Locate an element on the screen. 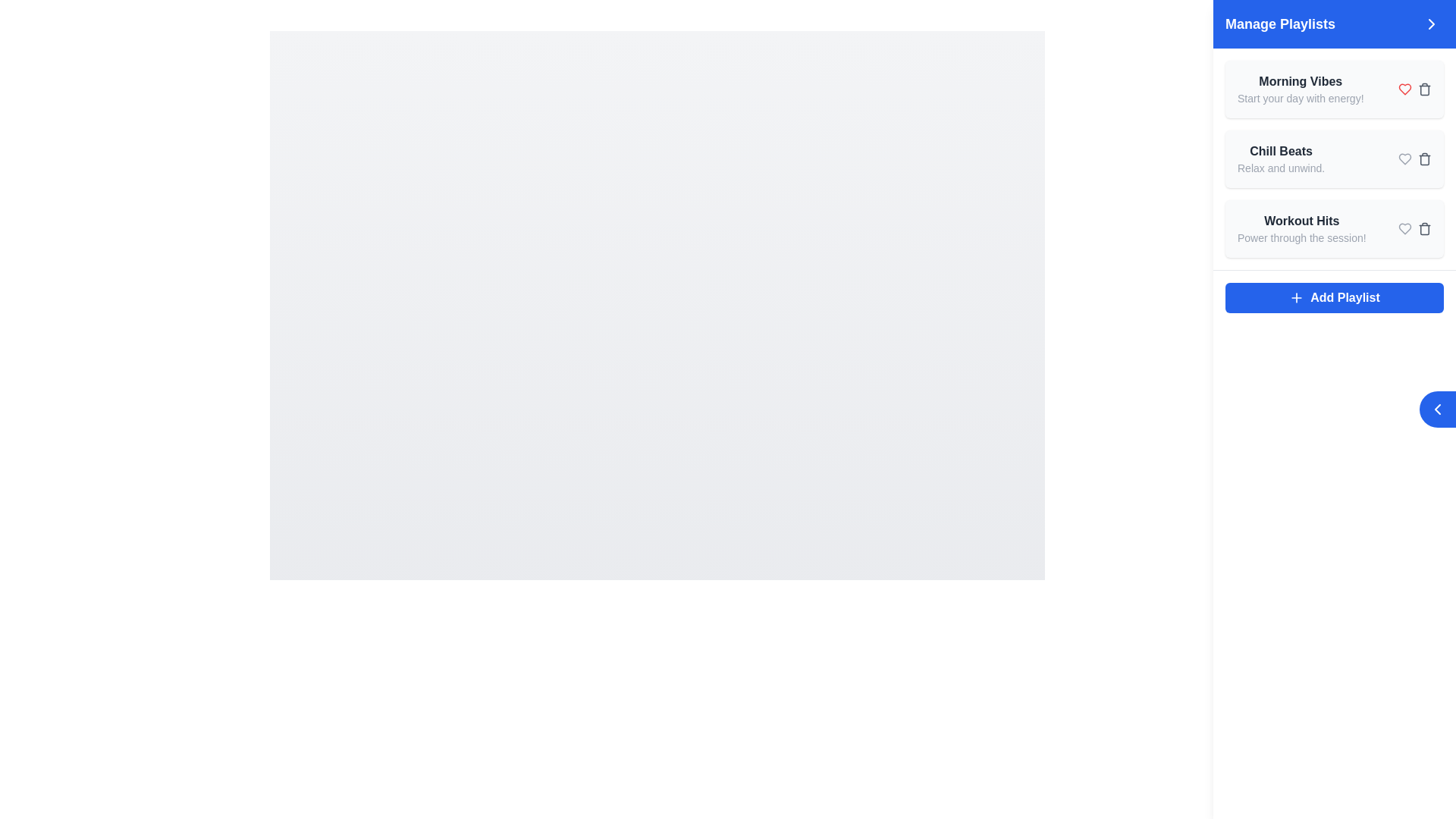  the plus icon within the 'Add Playlist' button is located at coordinates (1296, 298).